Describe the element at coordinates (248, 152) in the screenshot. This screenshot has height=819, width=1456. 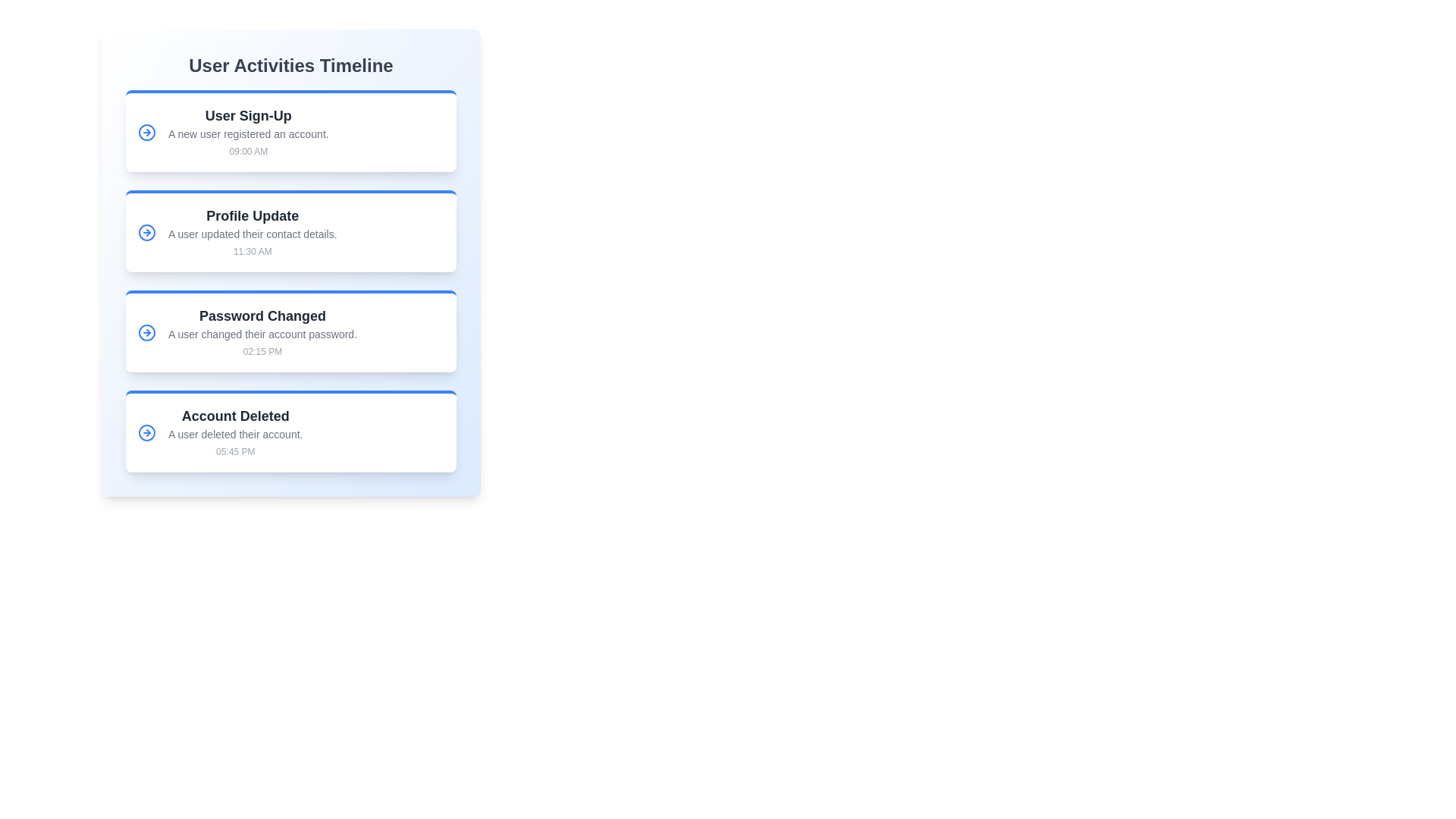
I see `timestamp displayed in the light gray font labeled '09:00 AM' located in the bottom-right corner of the 'User Sign-Up' section in the timeline view` at that location.